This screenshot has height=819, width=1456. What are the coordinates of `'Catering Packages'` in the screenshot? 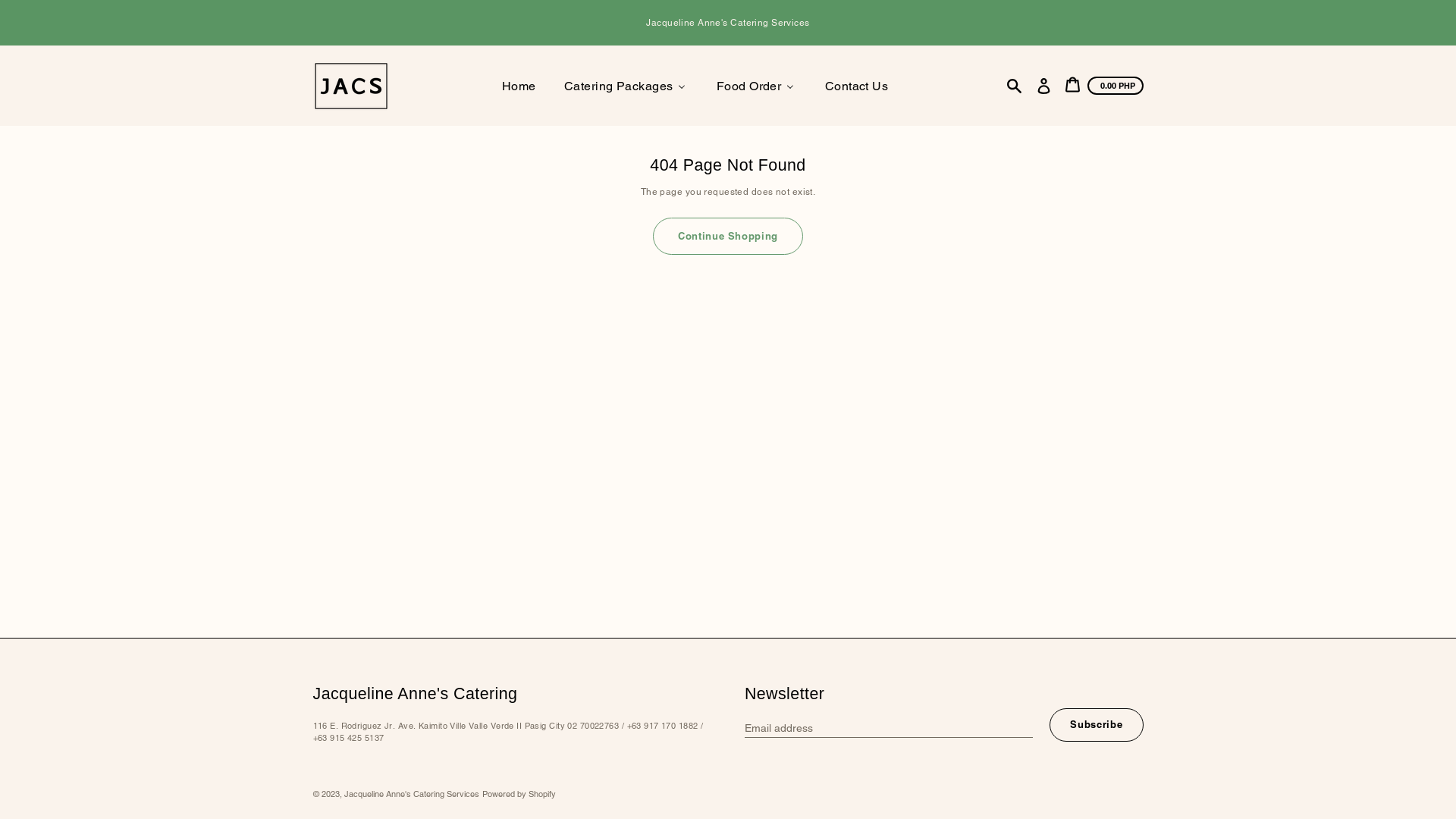 It's located at (625, 86).